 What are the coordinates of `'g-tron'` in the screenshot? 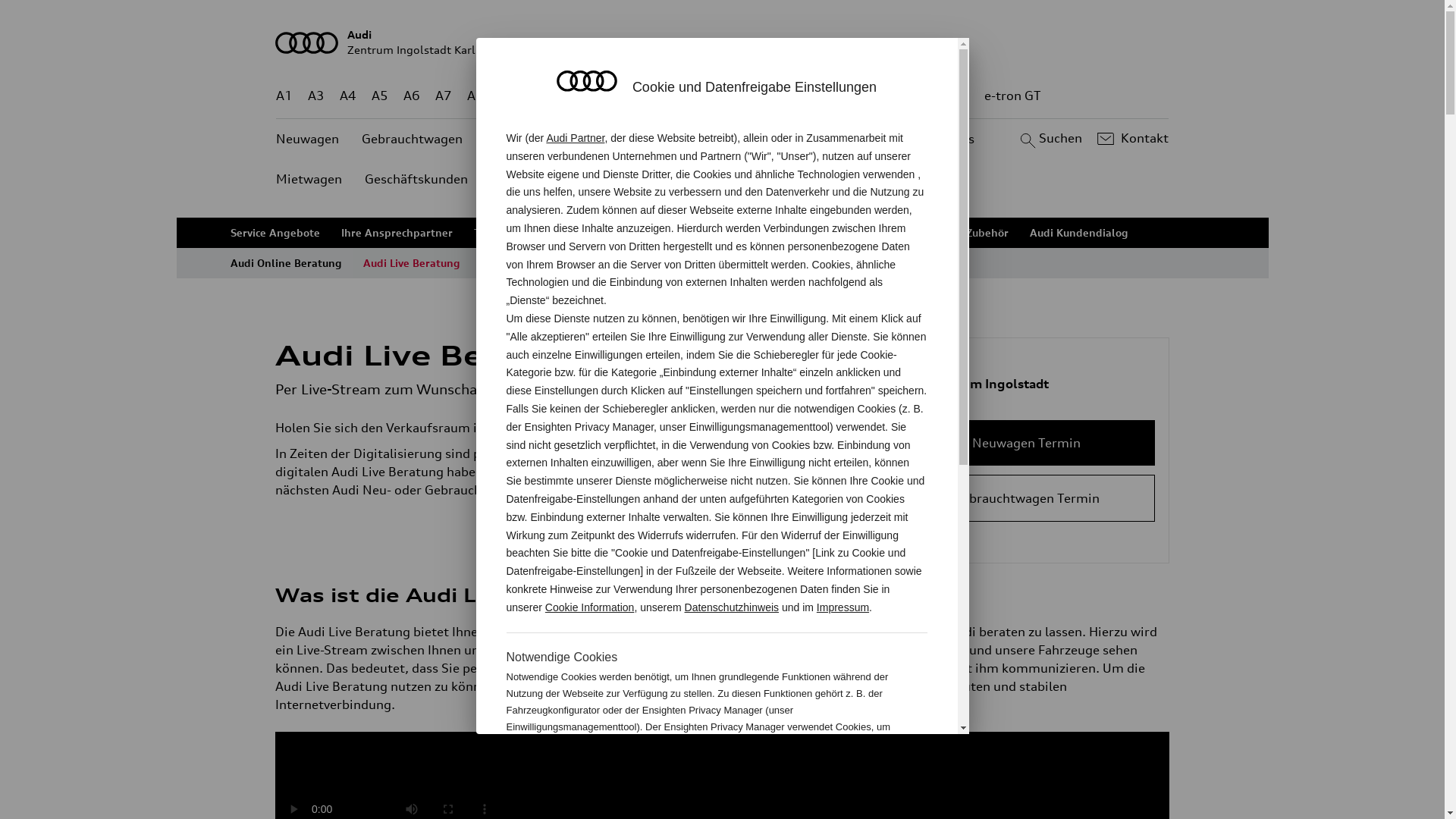 It's located at (949, 96).